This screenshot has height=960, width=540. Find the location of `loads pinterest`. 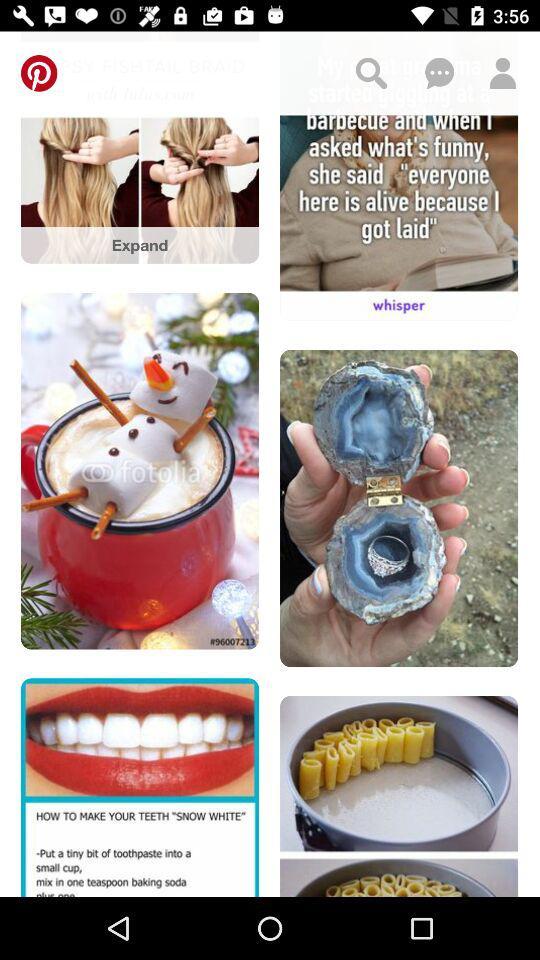

loads pinterest is located at coordinates (39, 73).